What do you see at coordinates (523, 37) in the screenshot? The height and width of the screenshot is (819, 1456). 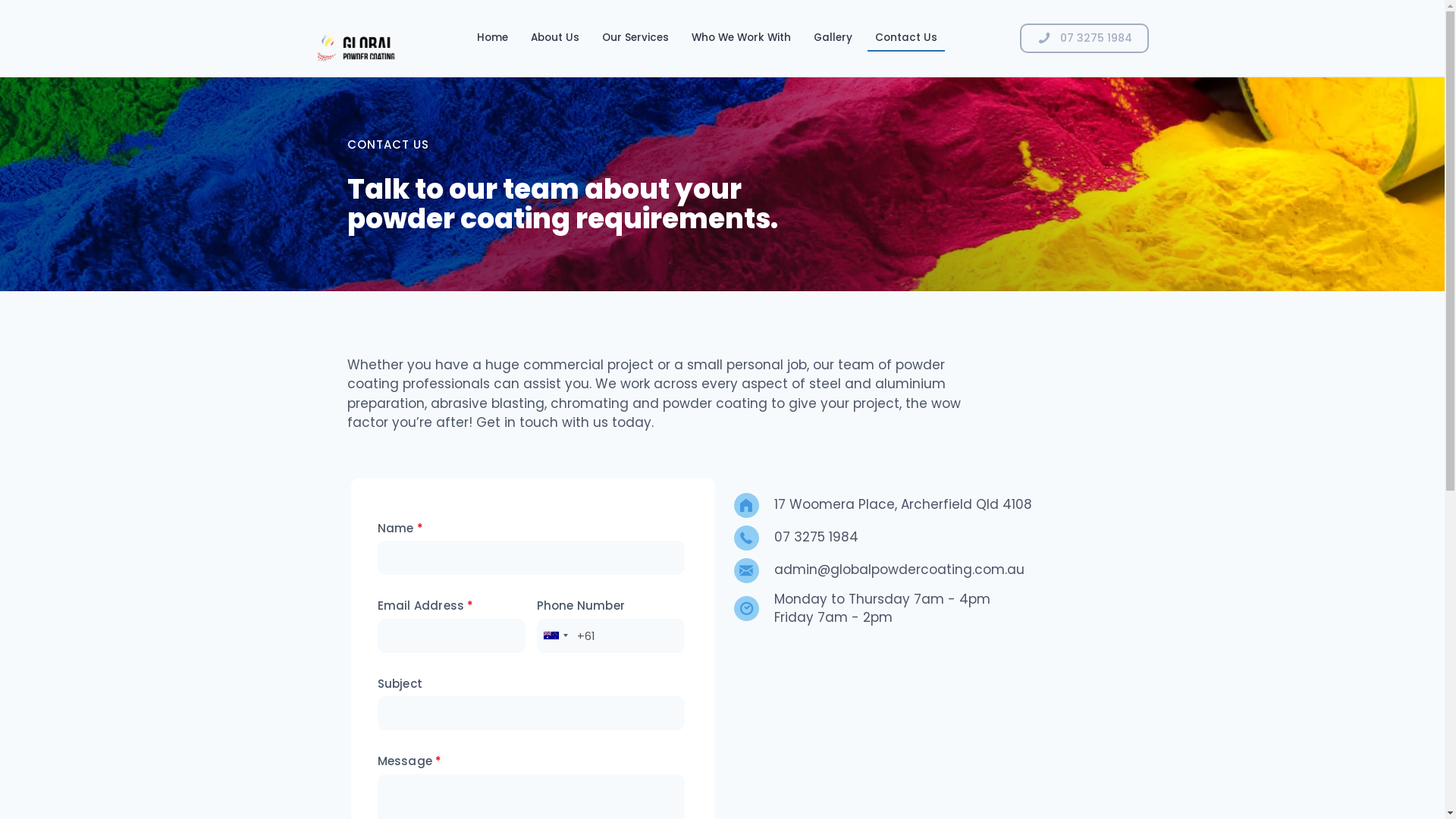 I see `'About Us'` at bounding box center [523, 37].